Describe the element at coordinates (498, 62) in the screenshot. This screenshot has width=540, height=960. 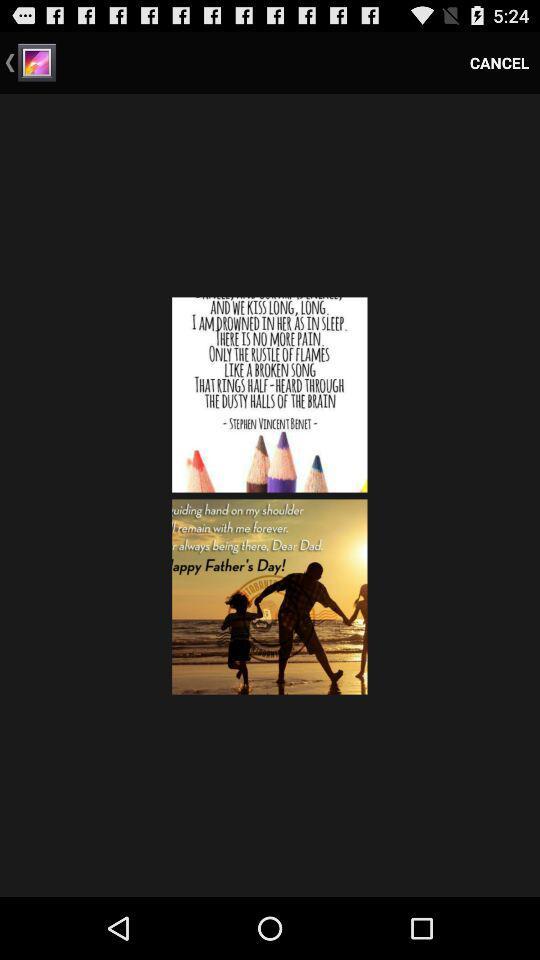
I see `cancel item` at that location.